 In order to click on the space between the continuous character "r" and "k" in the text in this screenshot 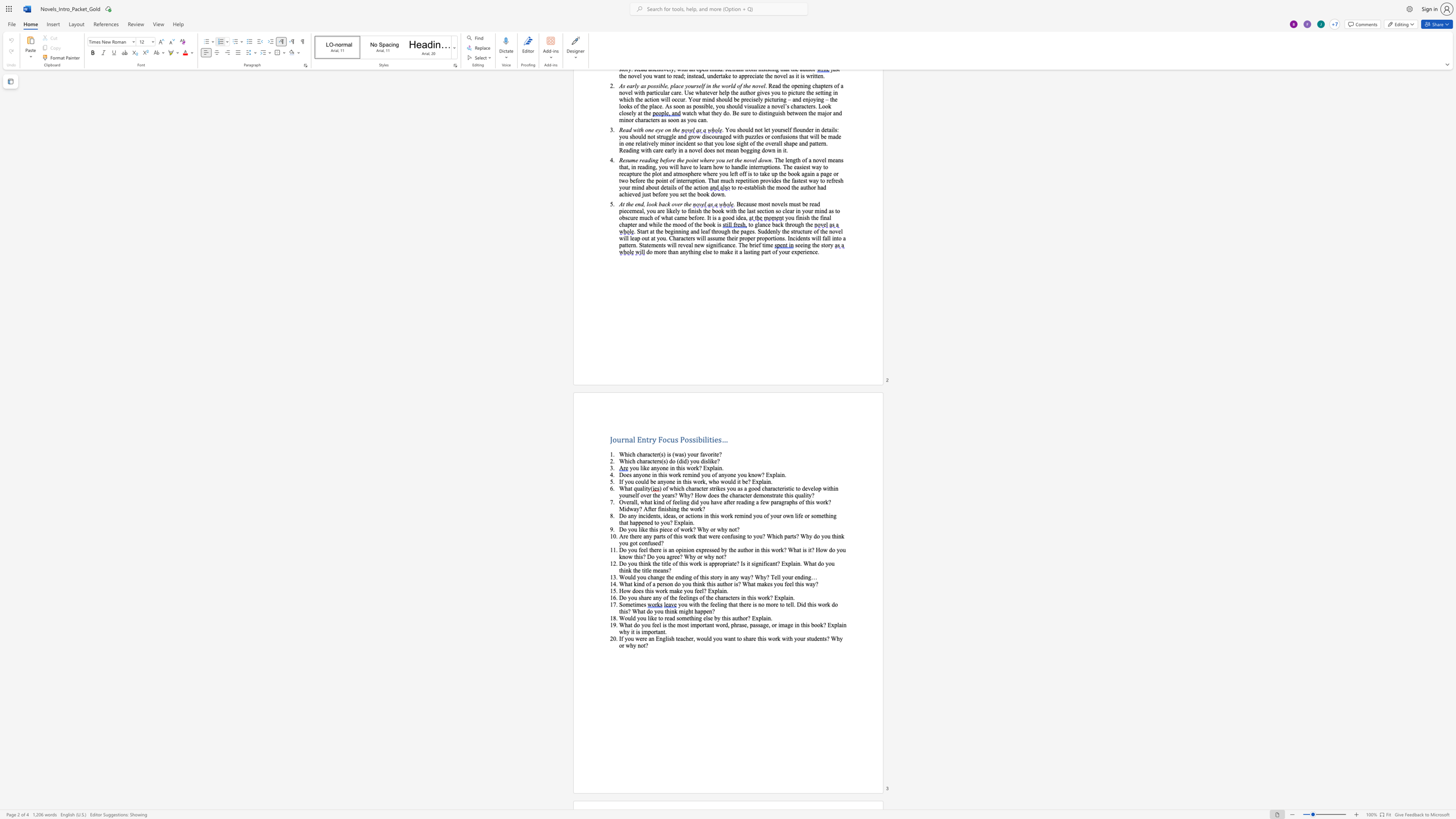, I will do `click(766, 597)`.